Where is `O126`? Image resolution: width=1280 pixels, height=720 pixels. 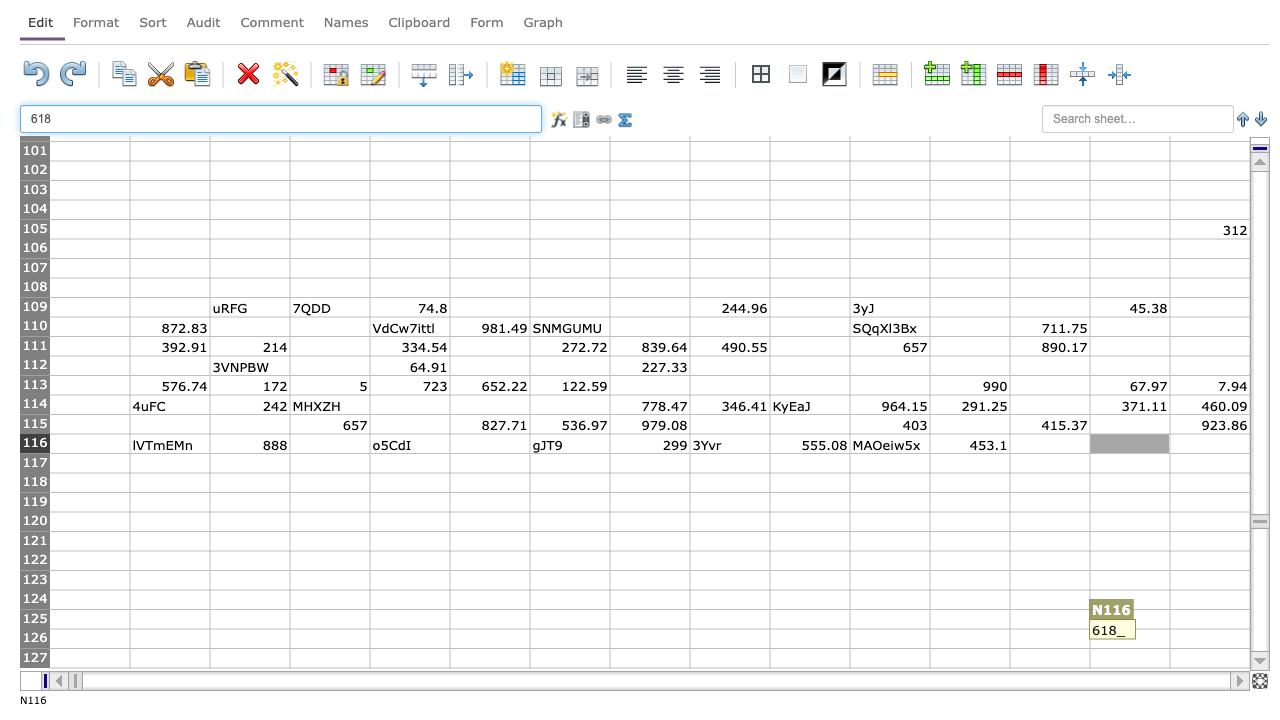 O126 is located at coordinates (1208, 638).